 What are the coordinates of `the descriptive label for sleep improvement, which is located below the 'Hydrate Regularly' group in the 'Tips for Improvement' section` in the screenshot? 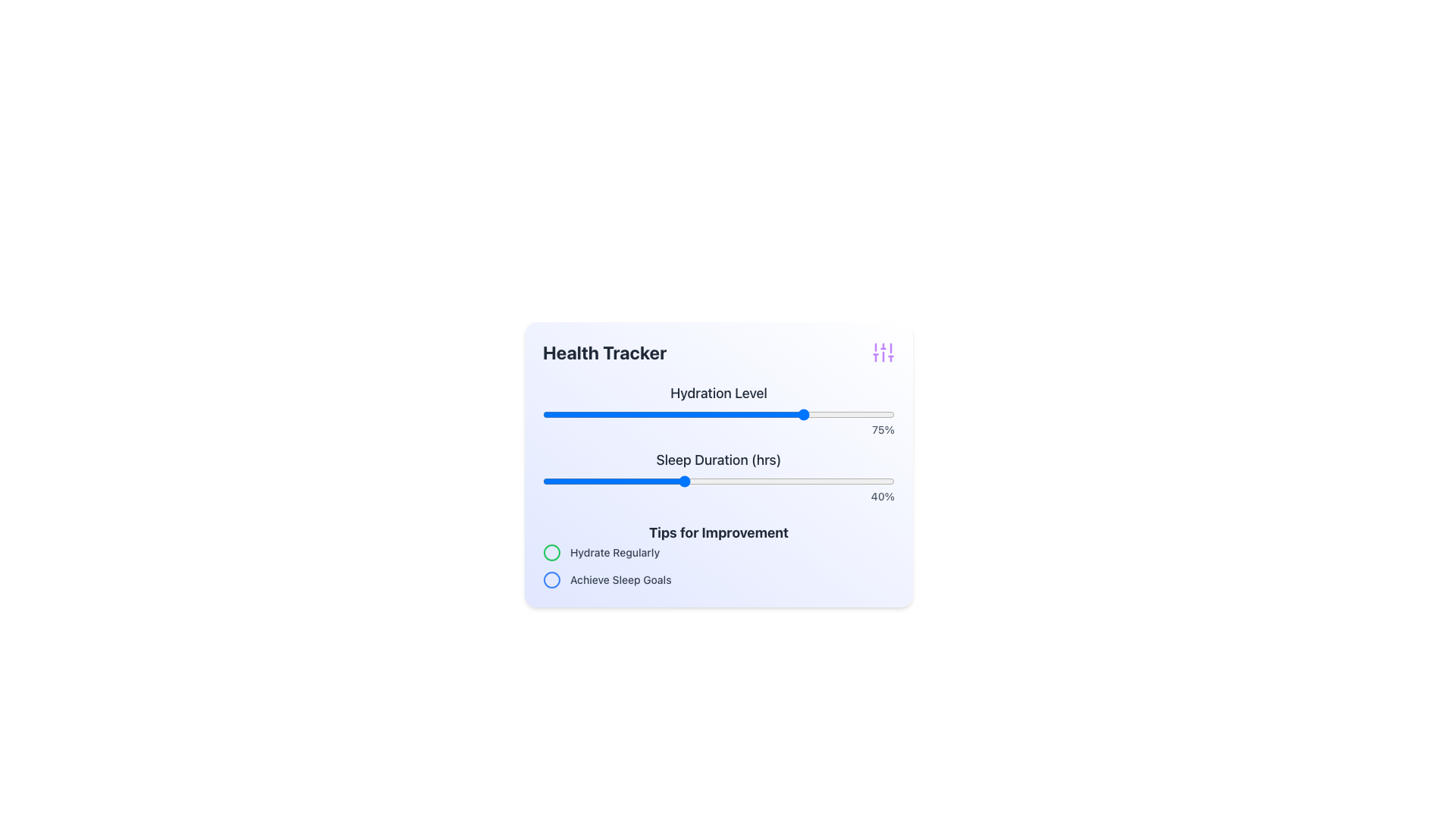 It's located at (620, 579).